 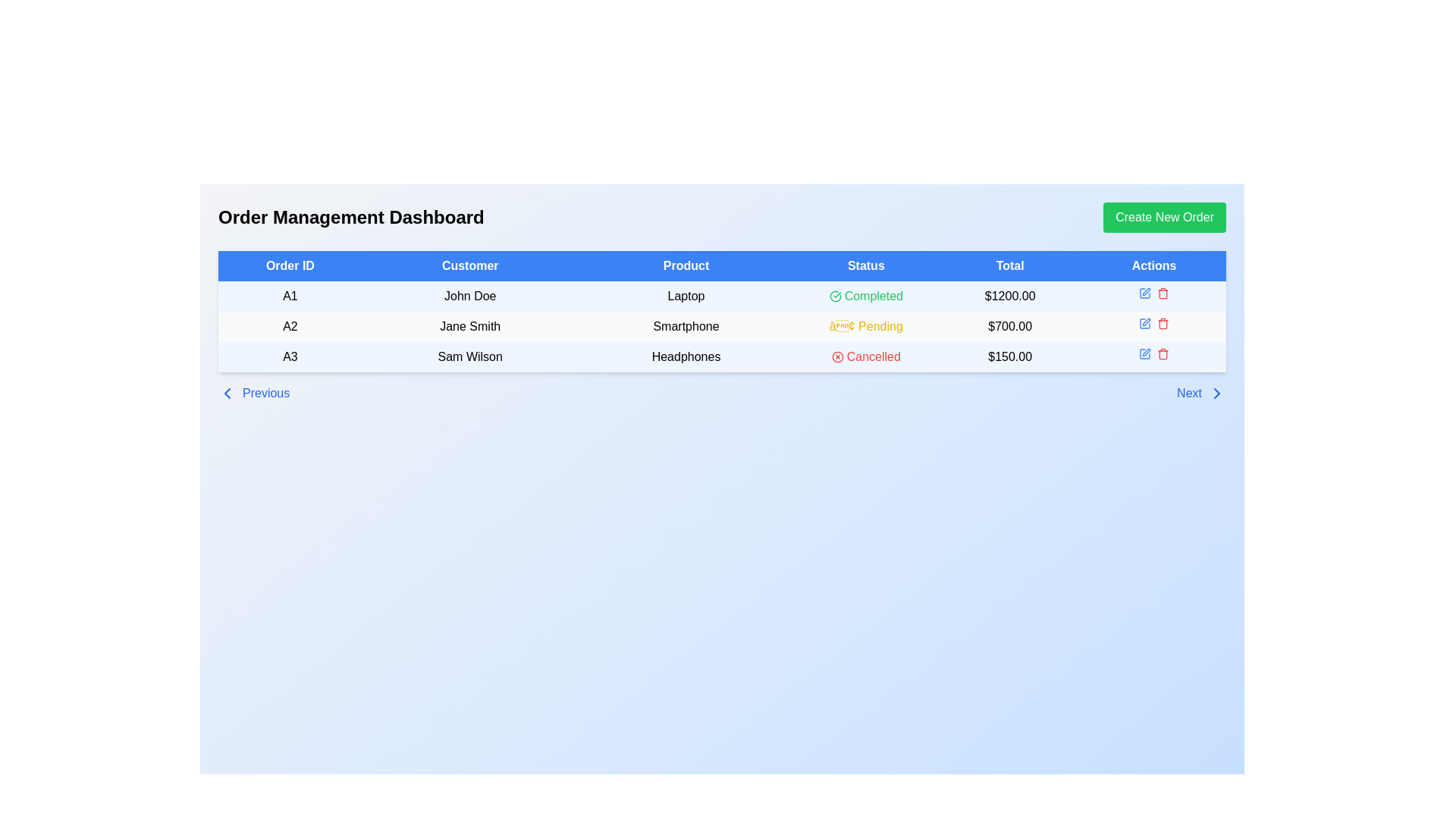 What do you see at coordinates (469, 265) in the screenshot?
I see `the 'Customer' column header in the data table, which is the second column header located between 'Order ID' and 'Product' in the top blue row` at bounding box center [469, 265].